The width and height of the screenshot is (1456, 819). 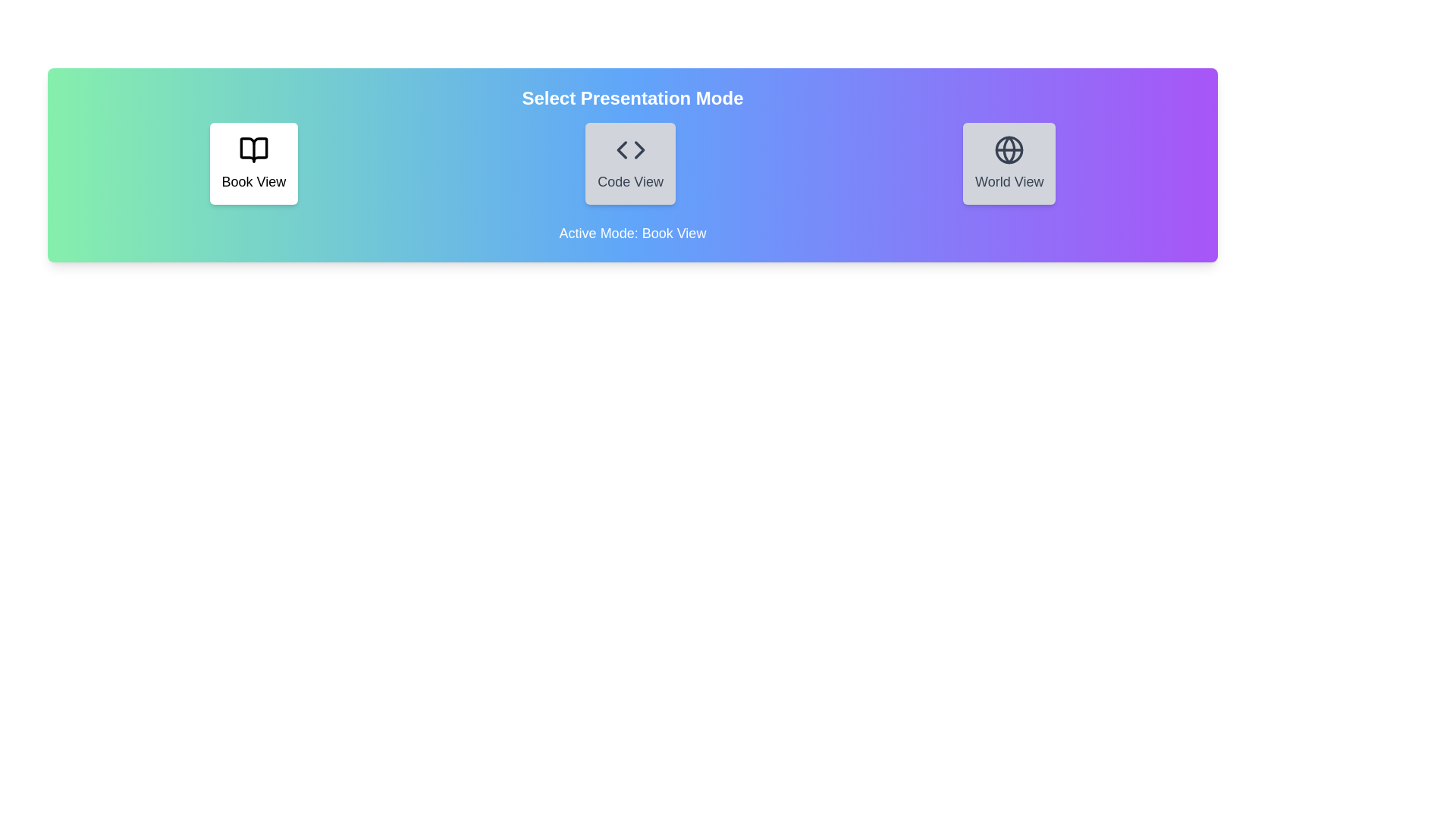 I want to click on the Code View button to interact with its visual layout, so click(x=630, y=164).